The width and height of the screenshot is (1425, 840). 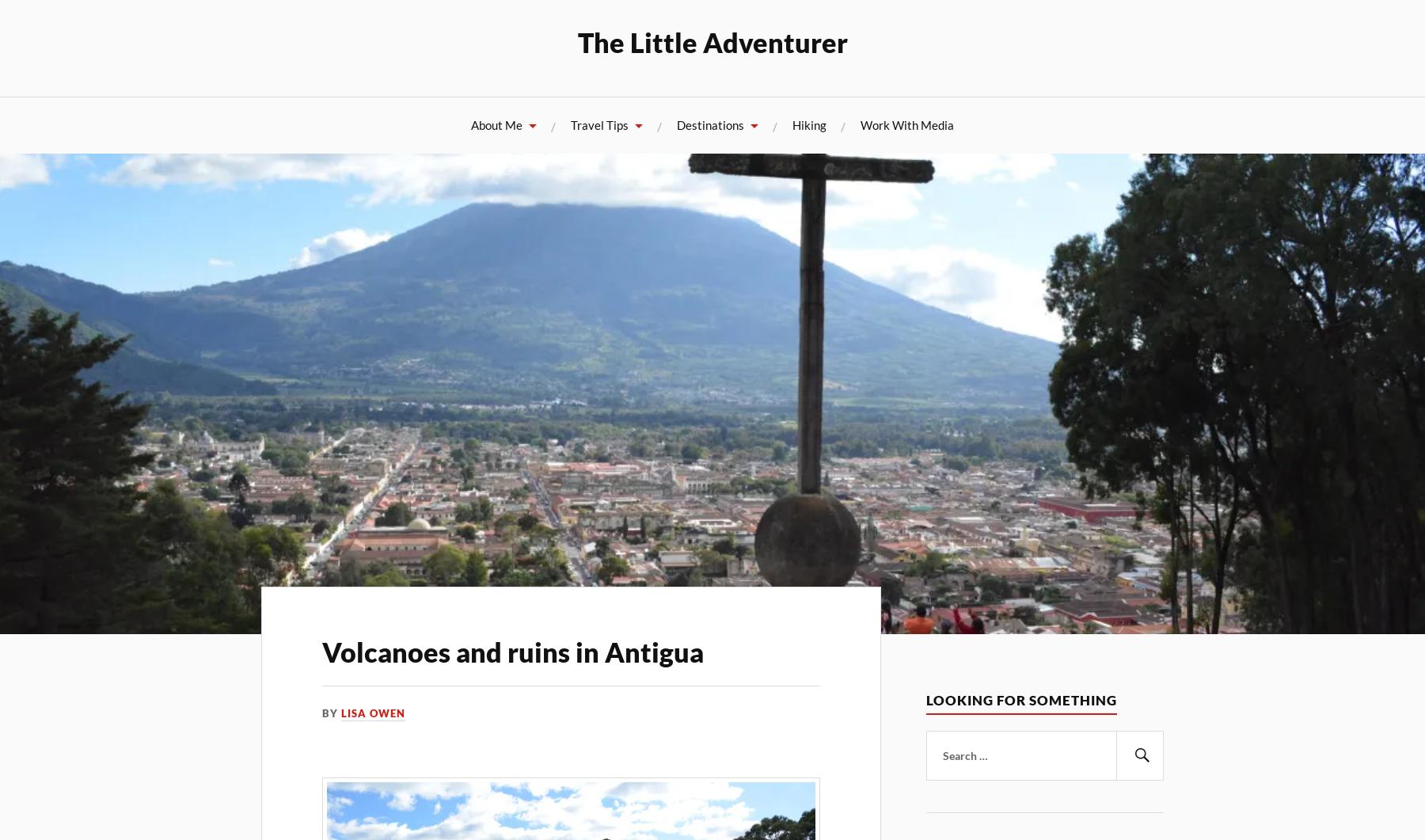 What do you see at coordinates (809, 124) in the screenshot?
I see `'Hiking'` at bounding box center [809, 124].